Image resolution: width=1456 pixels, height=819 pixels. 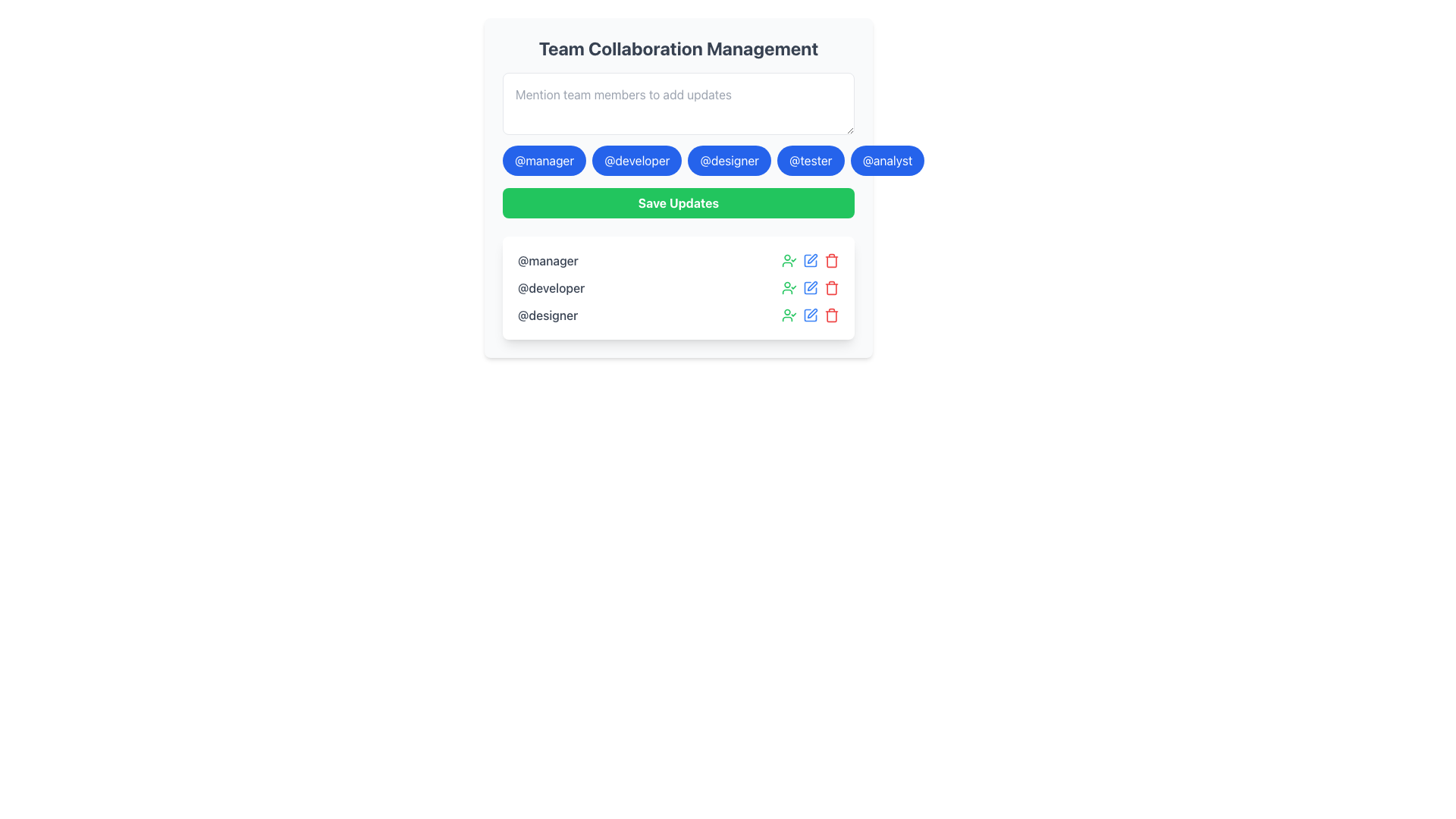 What do you see at coordinates (551, 288) in the screenshot?
I see `text from the text label displaying '@developer', which is the second item in a vertical list located between '@manager' and '@designer'` at bounding box center [551, 288].